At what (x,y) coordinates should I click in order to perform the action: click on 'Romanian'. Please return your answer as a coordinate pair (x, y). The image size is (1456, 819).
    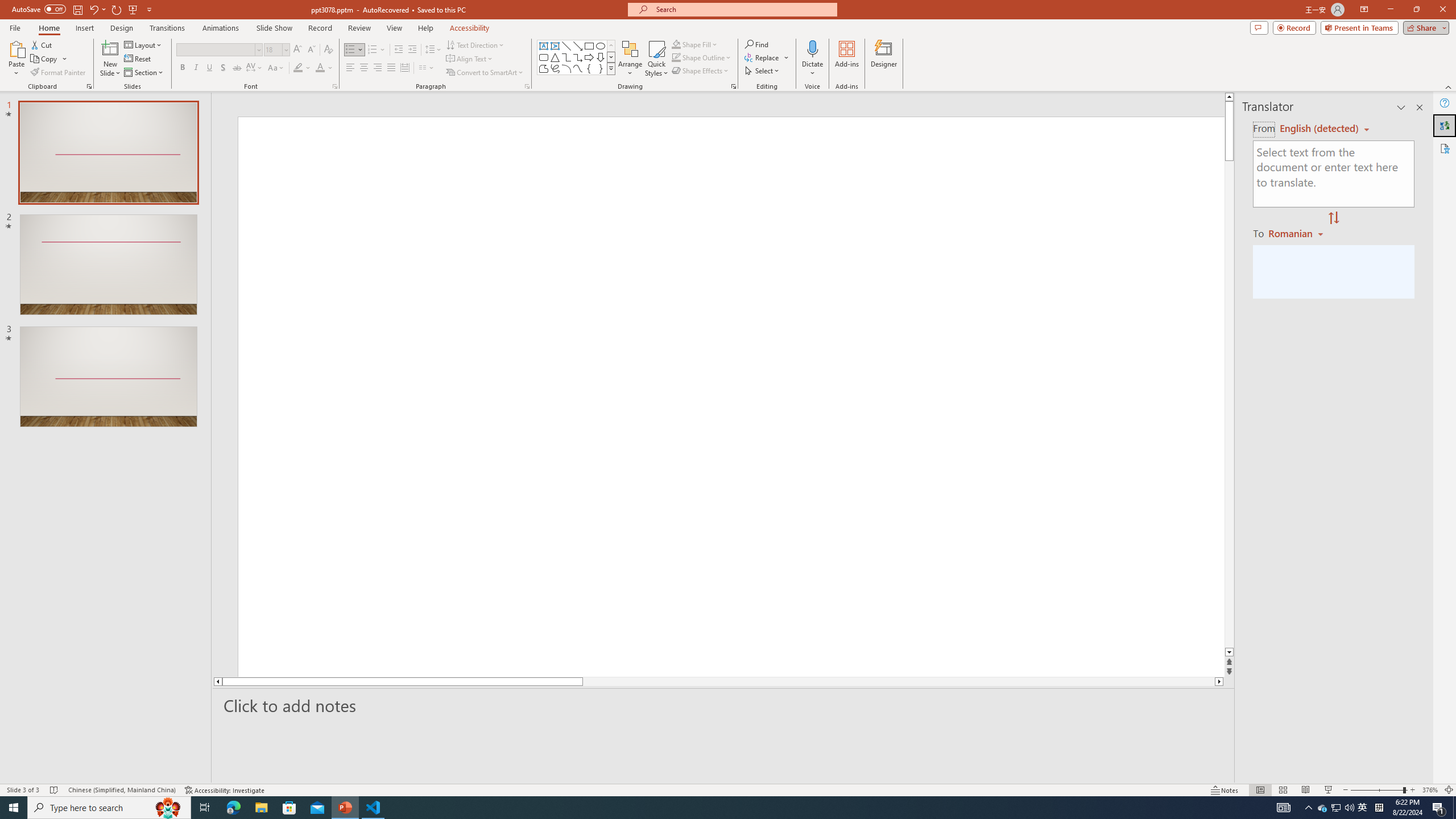
    Looking at the image, I should click on (1296, 233).